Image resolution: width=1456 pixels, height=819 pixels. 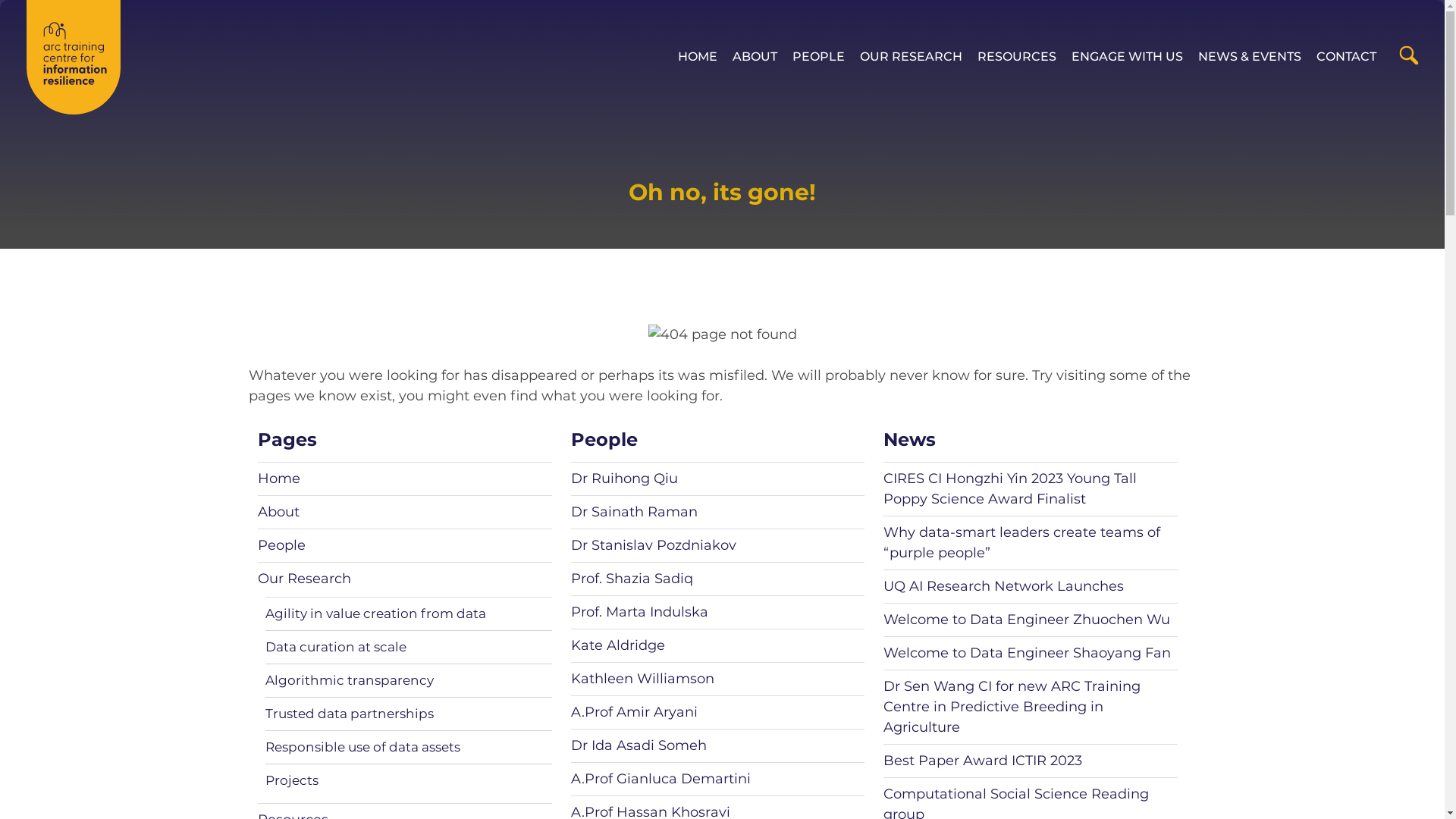 What do you see at coordinates (303, 579) in the screenshot?
I see `'Our Research'` at bounding box center [303, 579].